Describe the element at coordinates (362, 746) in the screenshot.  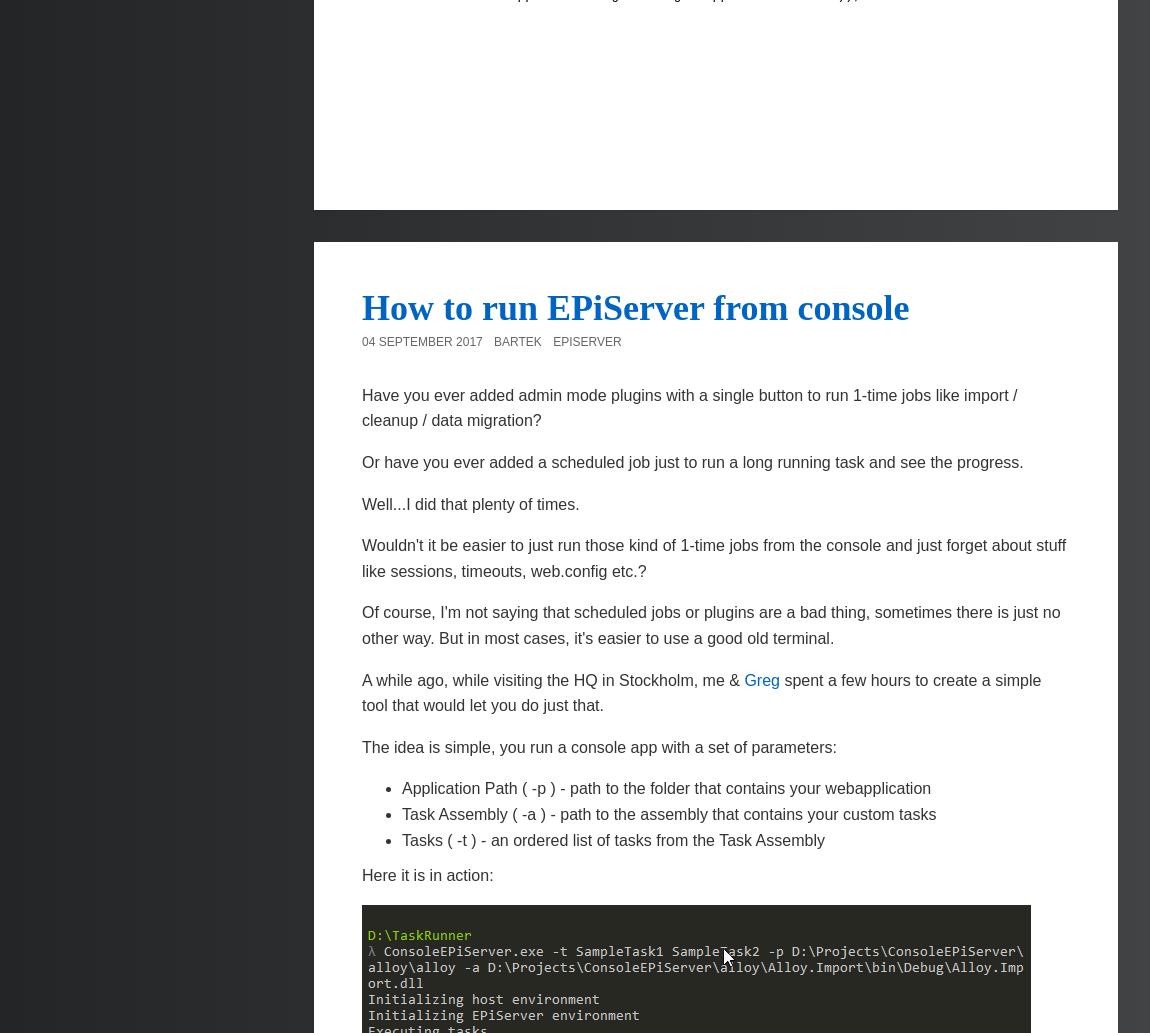
I see `'The idea is simple, you run a console app with a set of parameters:'` at that location.